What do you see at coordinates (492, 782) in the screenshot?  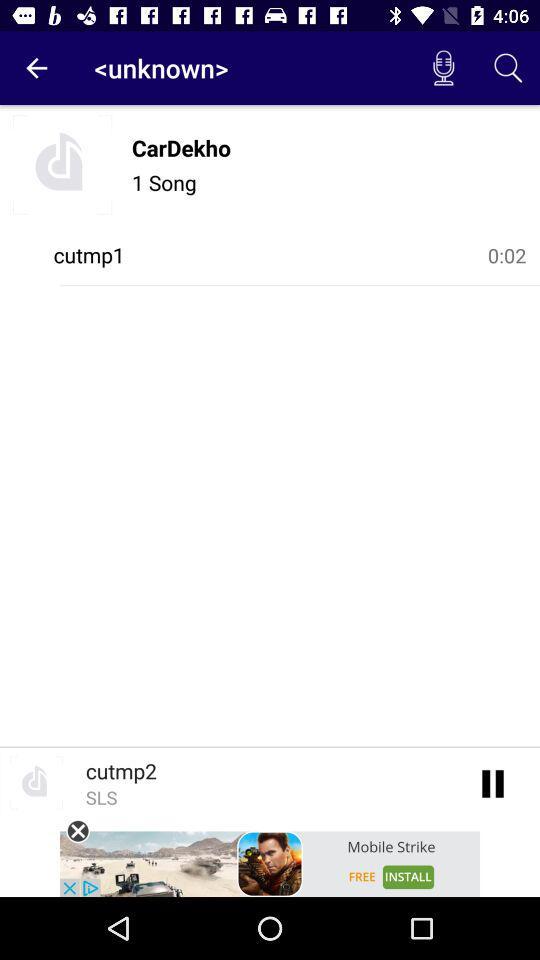 I see `the pause icon` at bounding box center [492, 782].